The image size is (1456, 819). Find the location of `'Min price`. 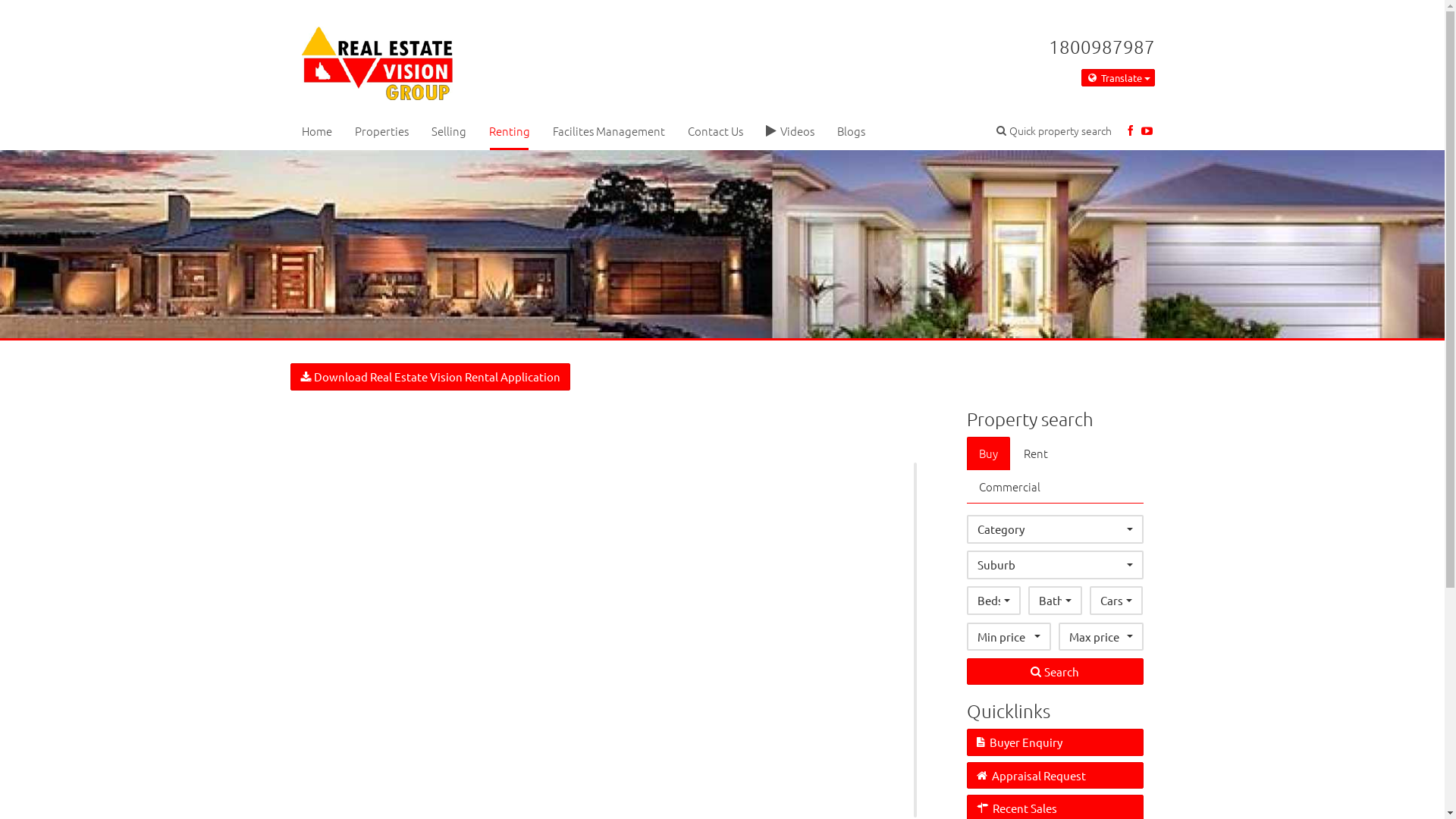

'Min price is located at coordinates (1009, 636).